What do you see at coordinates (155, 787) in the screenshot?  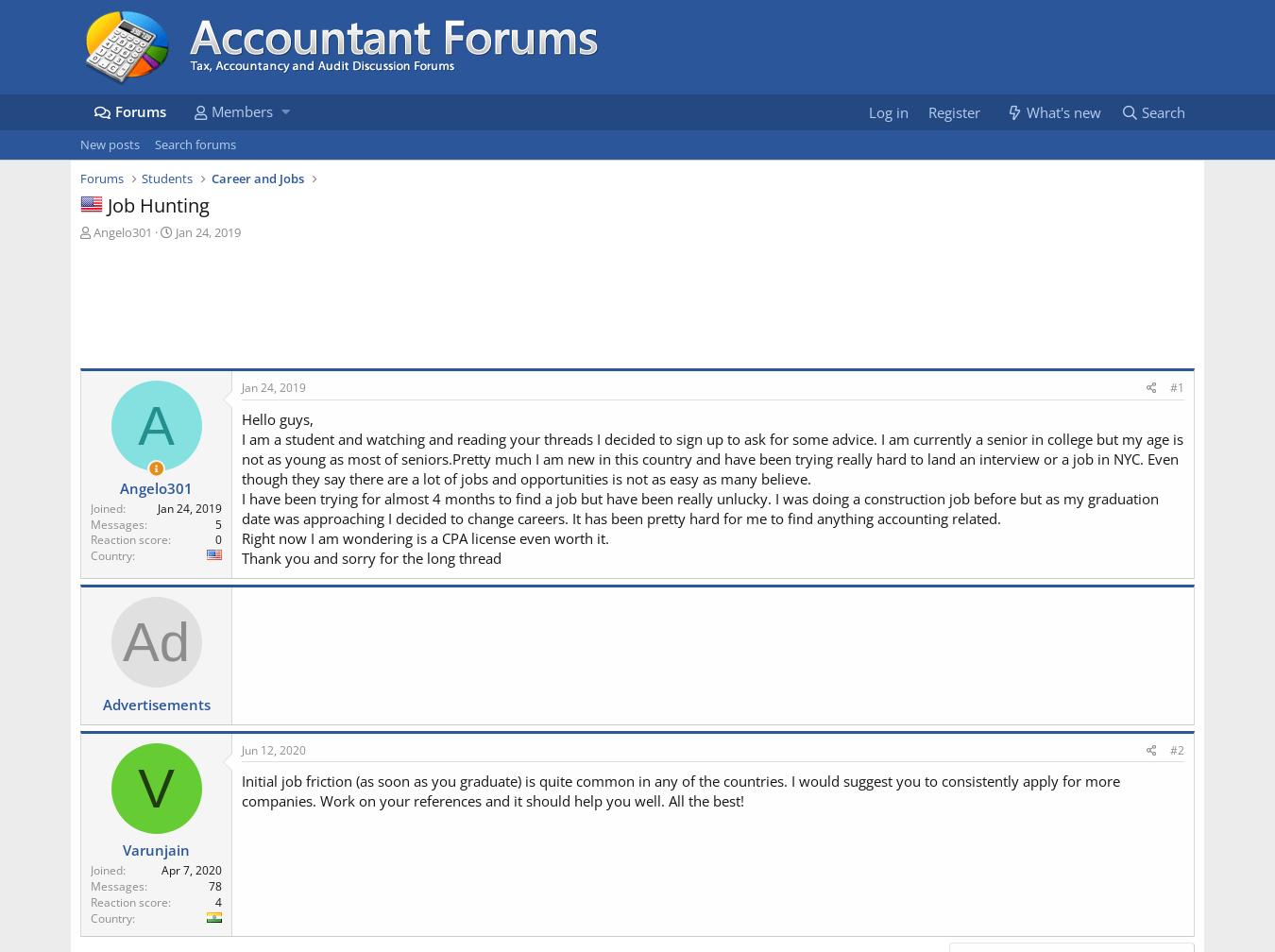 I see `'V'` at bounding box center [155, 787].